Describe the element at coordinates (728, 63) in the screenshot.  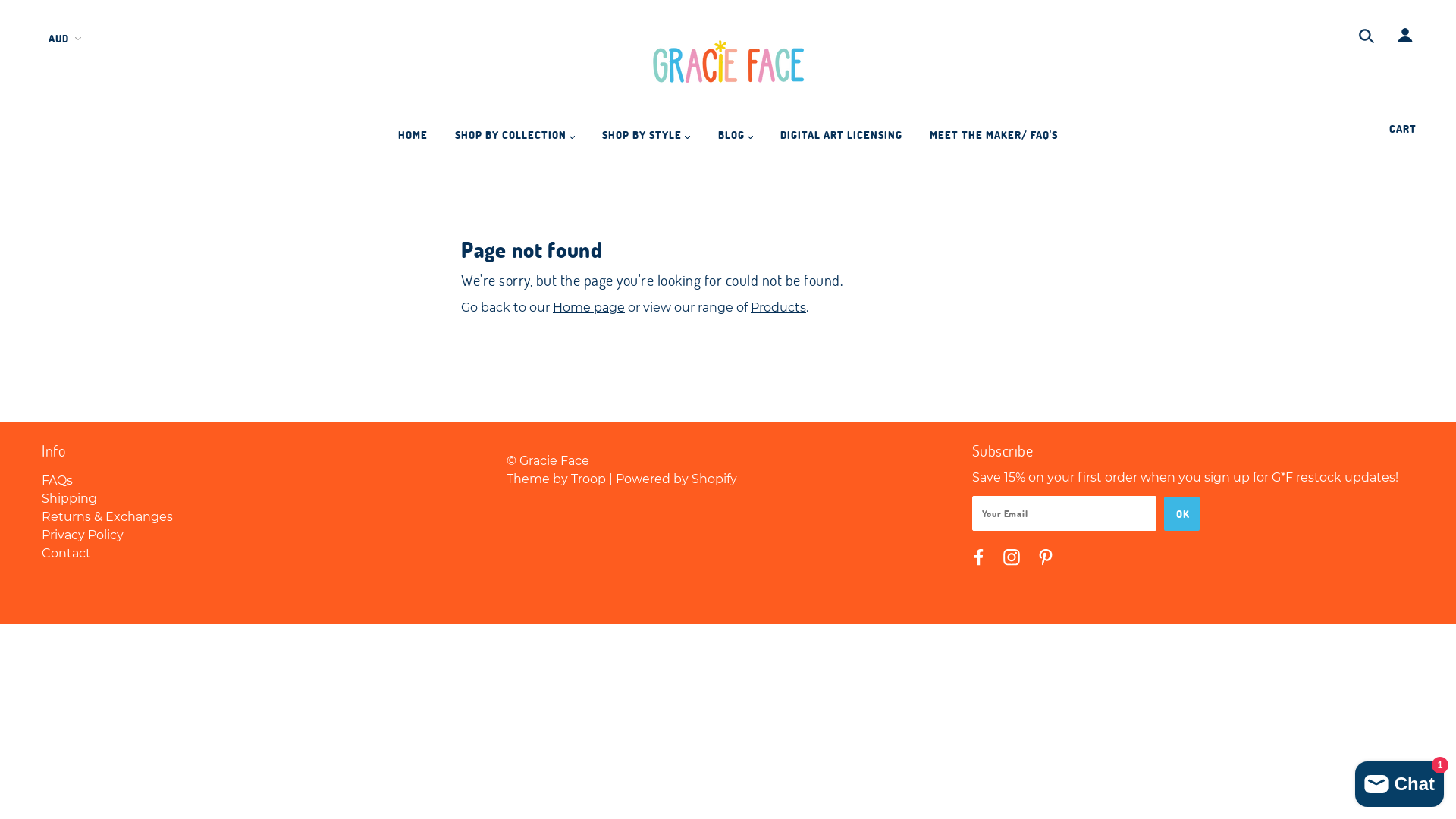
I see `'Gracie Face'` at that location.